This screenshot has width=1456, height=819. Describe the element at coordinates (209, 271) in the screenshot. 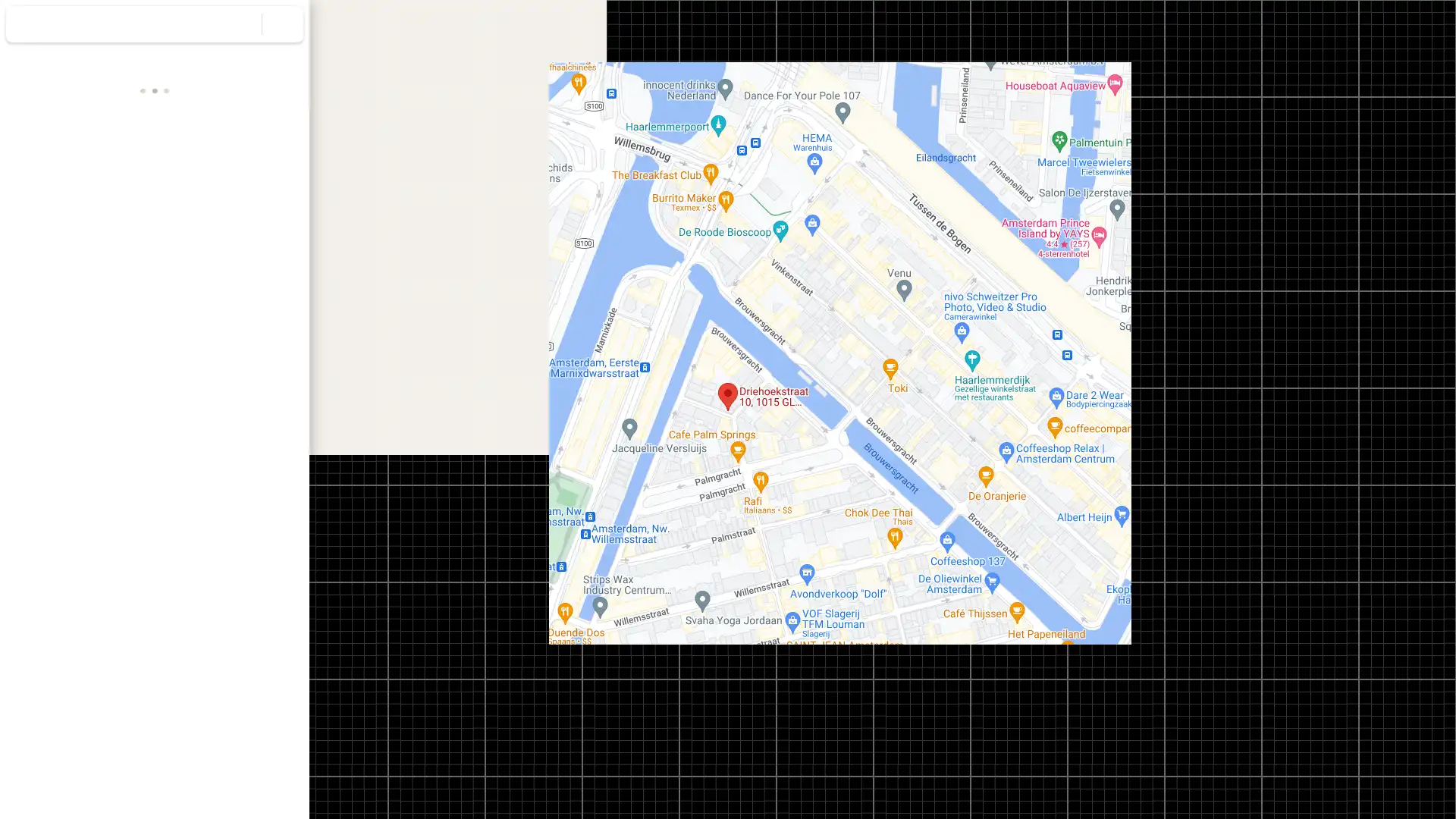

I see `Driehoekstraat 10 naar je telefoon sturen` at that location.